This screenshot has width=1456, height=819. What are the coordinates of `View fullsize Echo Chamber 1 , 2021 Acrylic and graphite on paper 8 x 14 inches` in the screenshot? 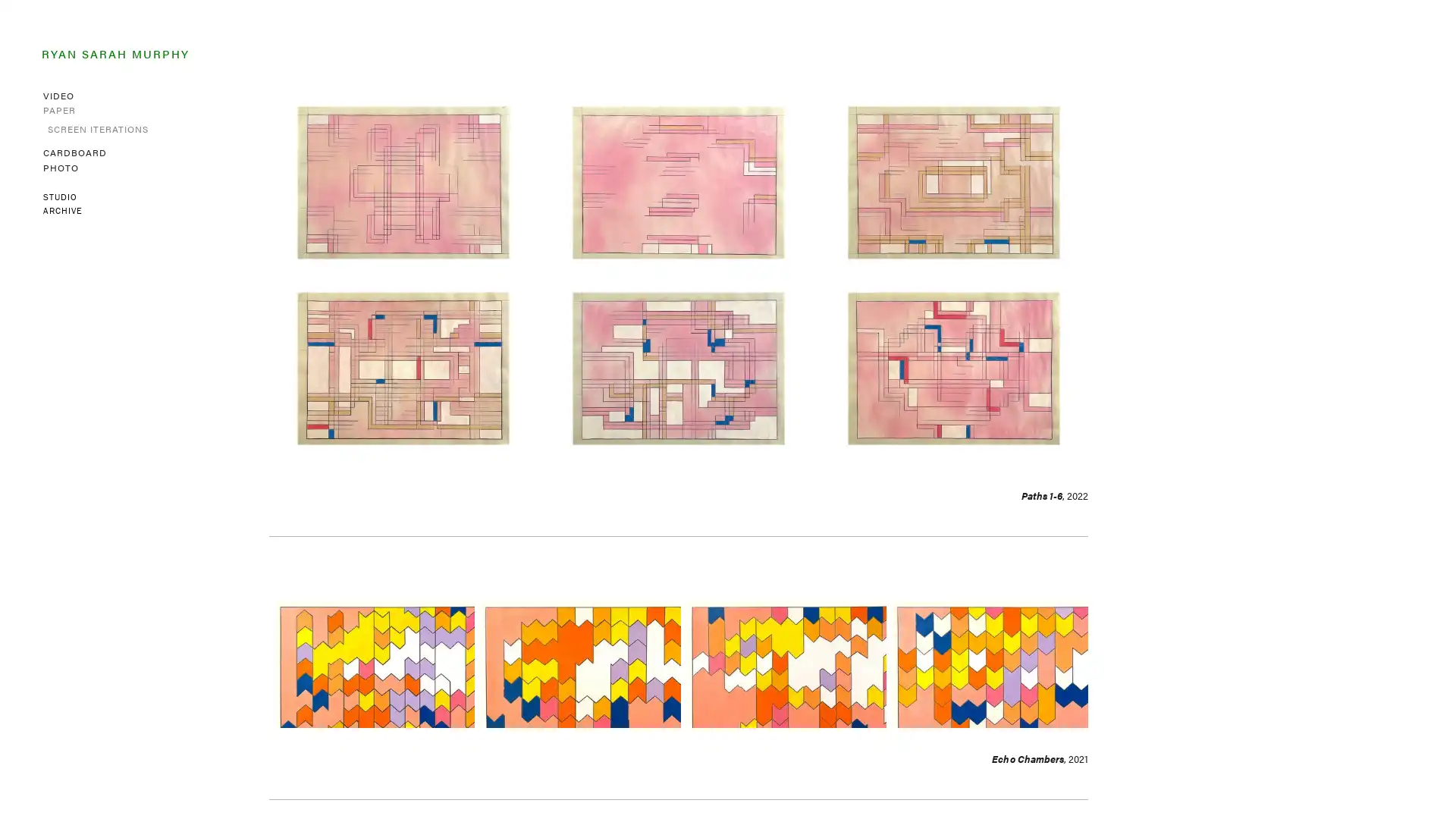 It's located at (370, 647).